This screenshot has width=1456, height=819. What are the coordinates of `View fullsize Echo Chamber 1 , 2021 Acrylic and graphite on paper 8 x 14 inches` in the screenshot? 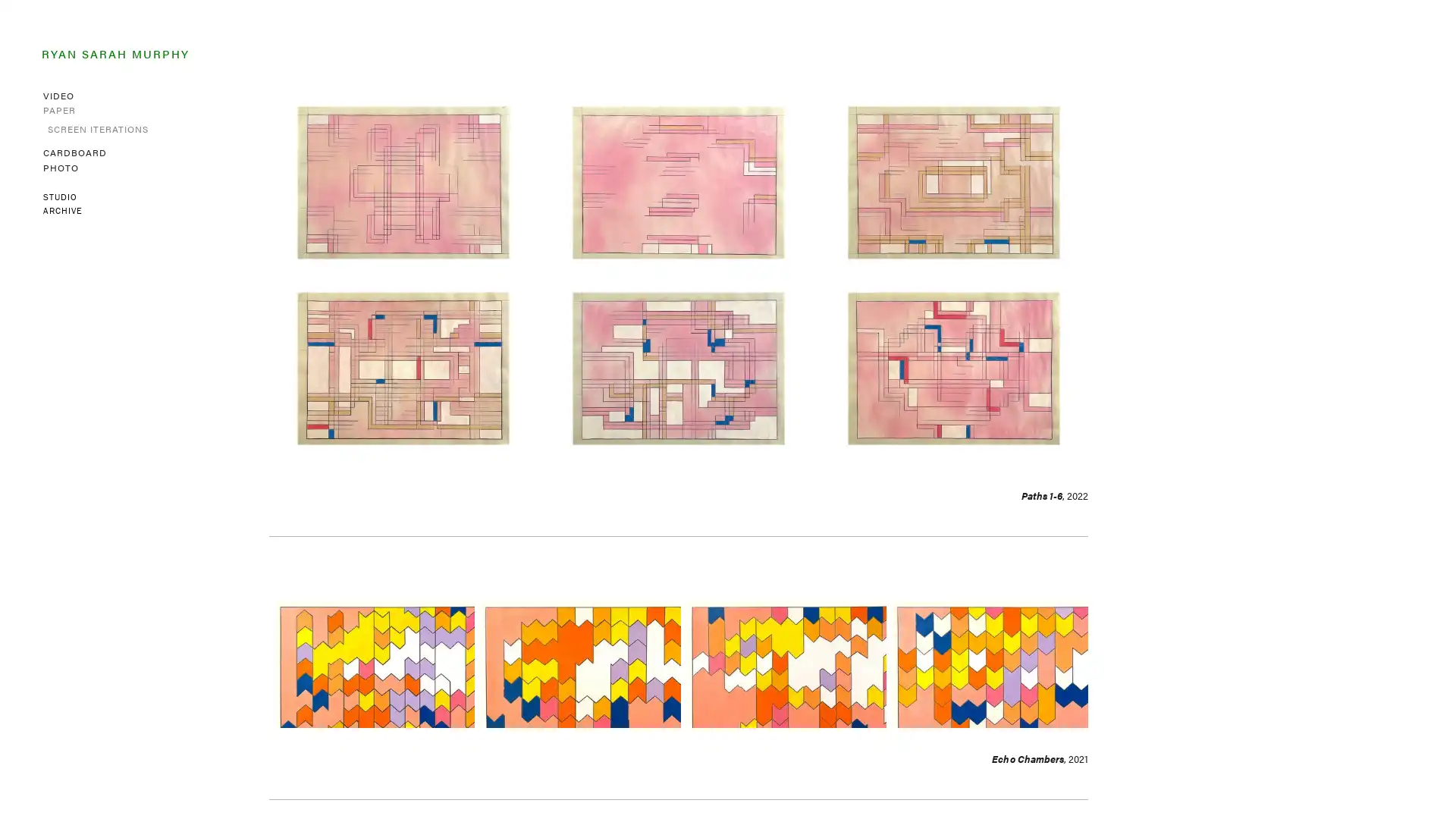 It's located at (370, 647).